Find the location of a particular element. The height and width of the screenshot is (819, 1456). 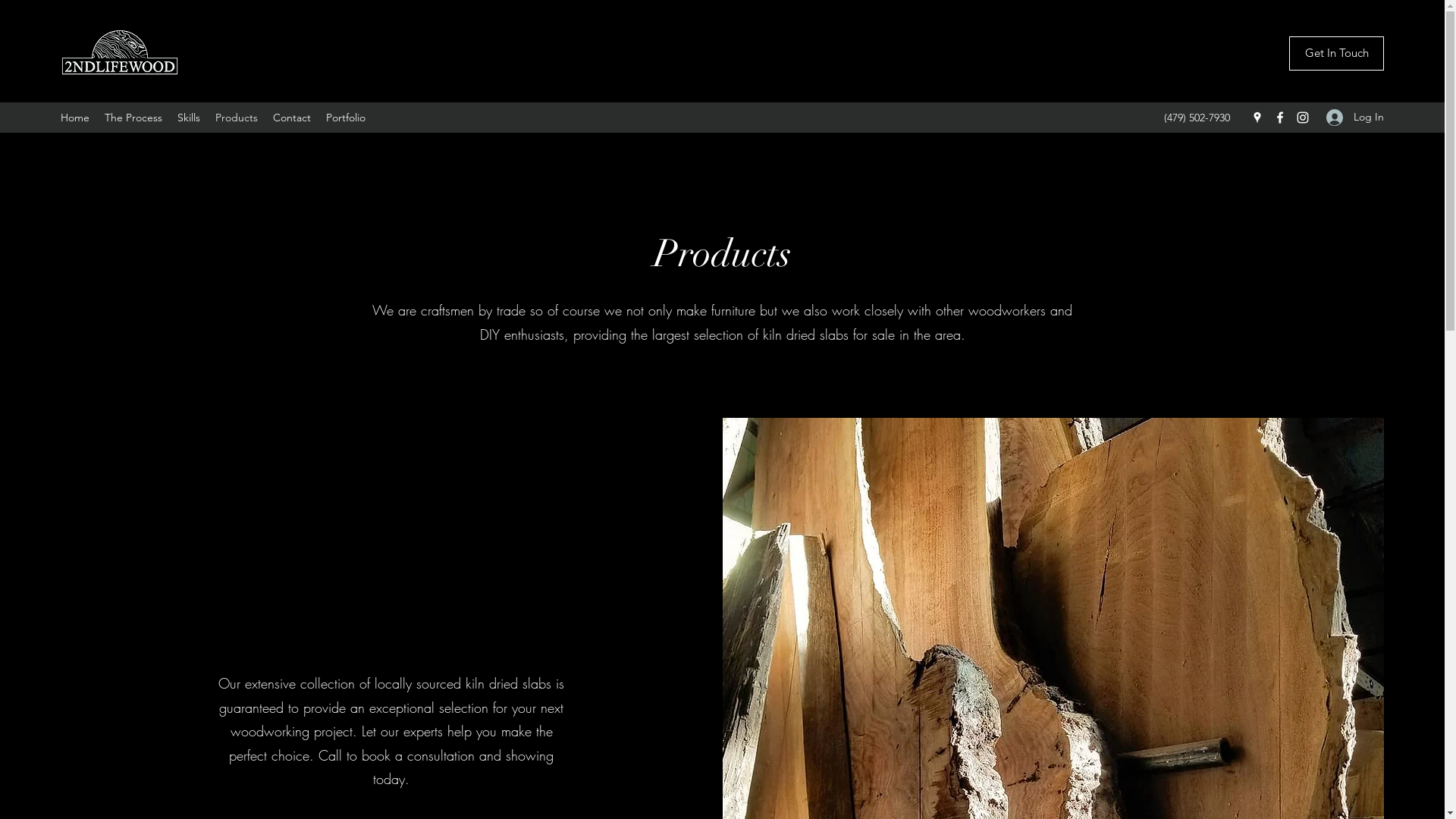

'Log In' is located at coordinates (1350, 116).